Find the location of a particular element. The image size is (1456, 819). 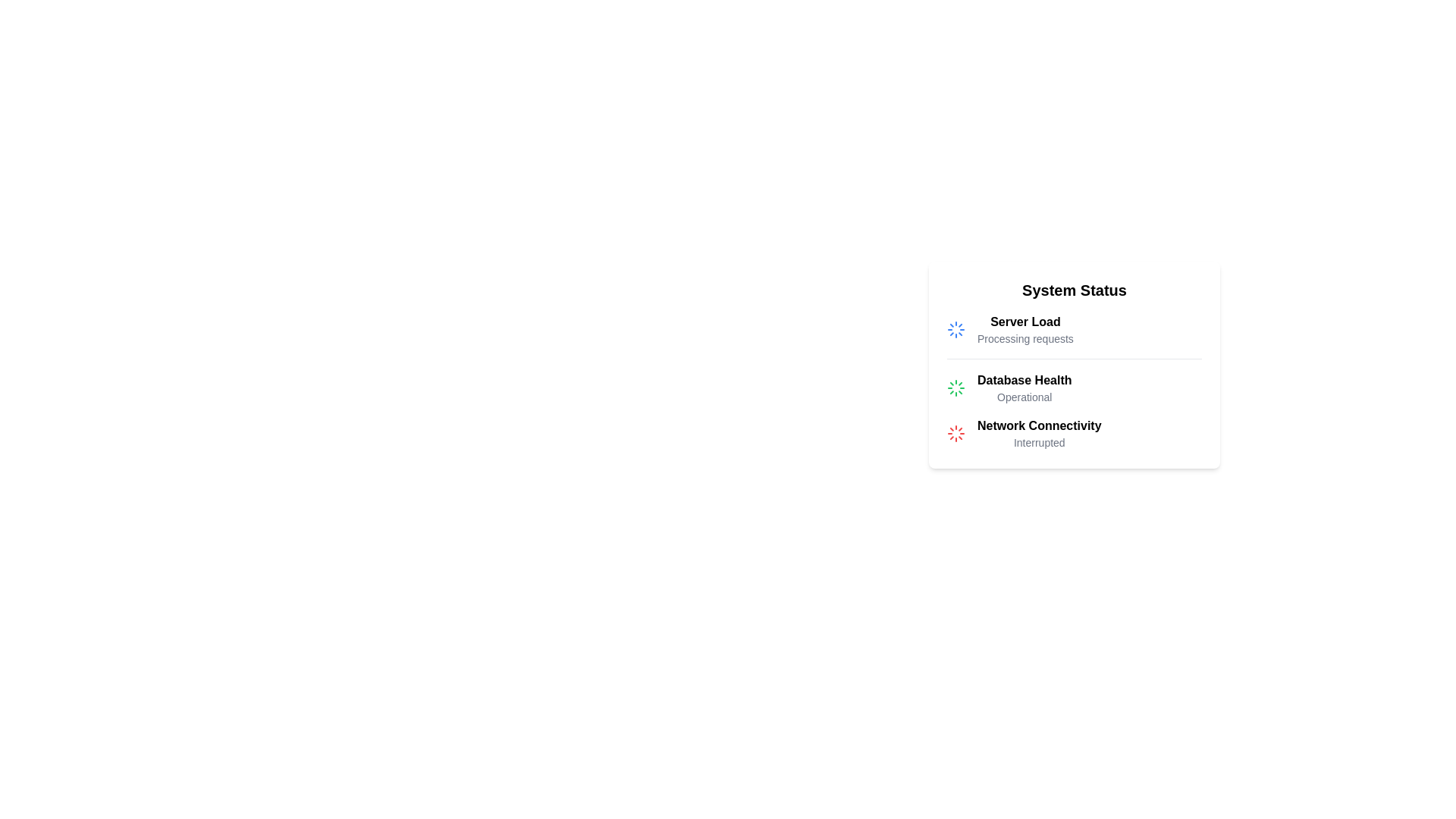

status of the 'Network Connectivity' display which shows 'Interrupted' with a spinning loader icon on the left is located at coordinates (1073, 433).